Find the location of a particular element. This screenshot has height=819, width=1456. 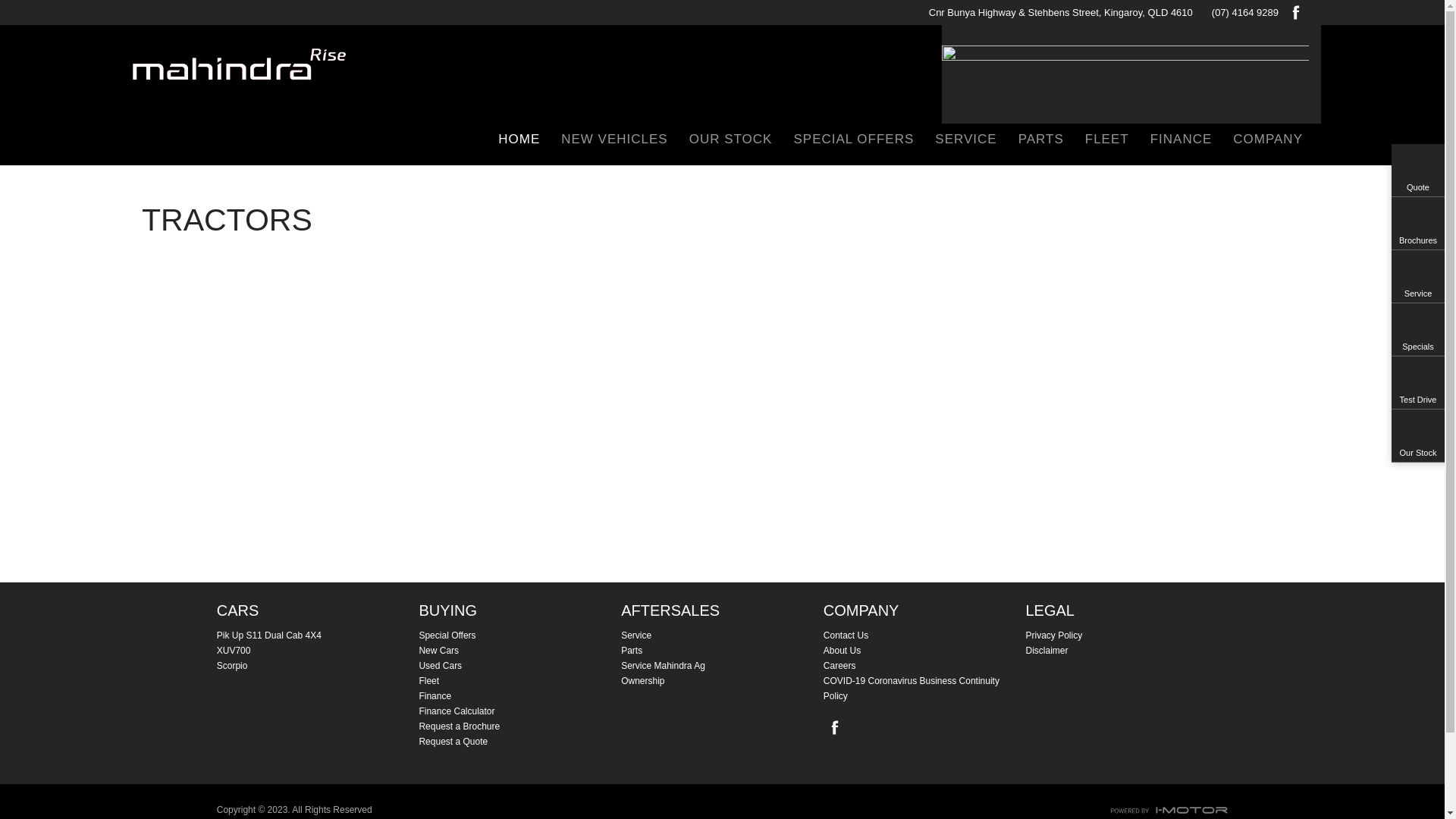

'(07) 4164 9289' is located at coordinates (1244, 12).